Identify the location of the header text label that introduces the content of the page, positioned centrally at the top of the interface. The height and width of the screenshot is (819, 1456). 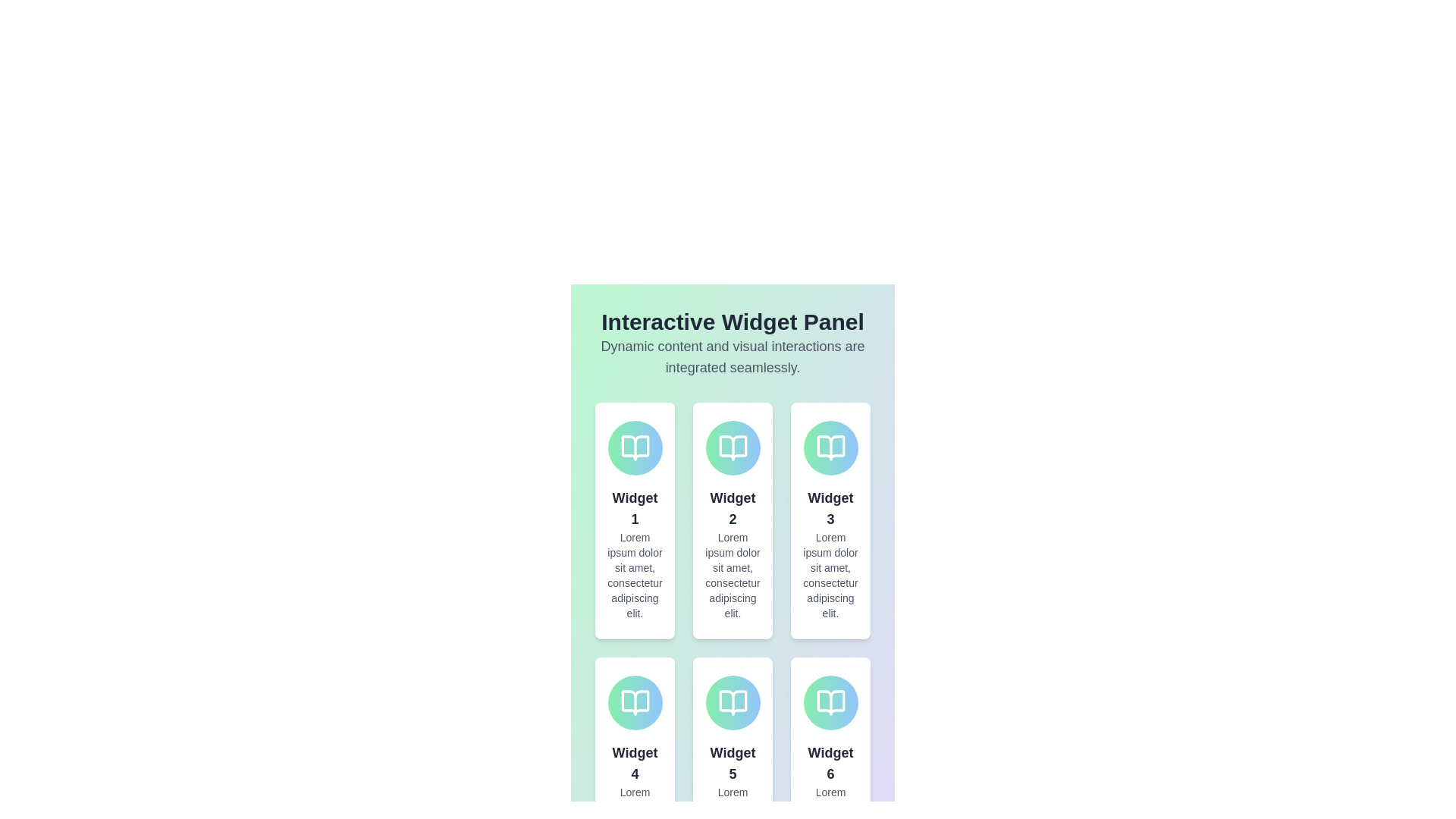
(733, 321).